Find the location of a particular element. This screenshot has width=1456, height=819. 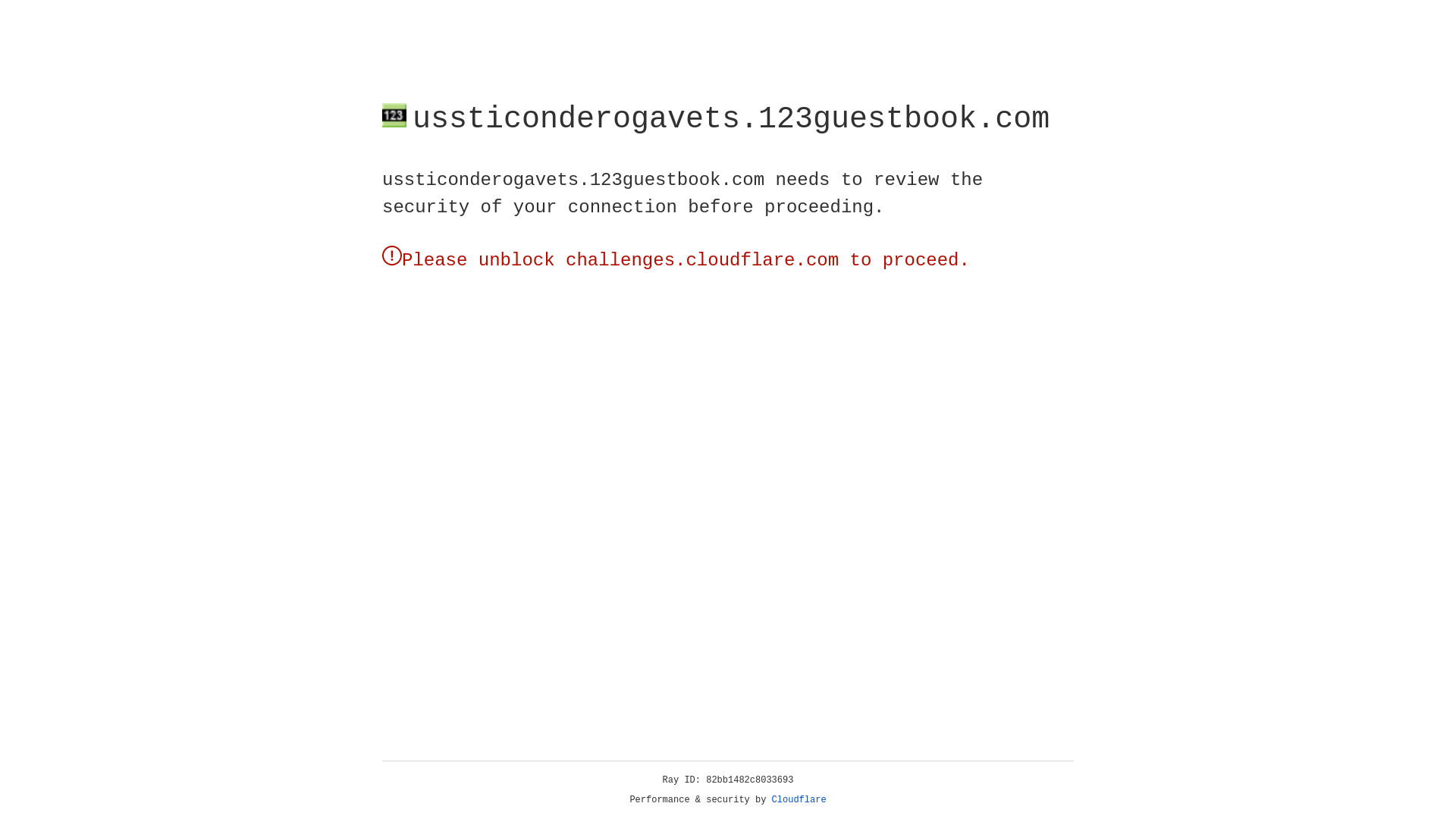

'Cloudflare' is located at coordinates (799, 799).